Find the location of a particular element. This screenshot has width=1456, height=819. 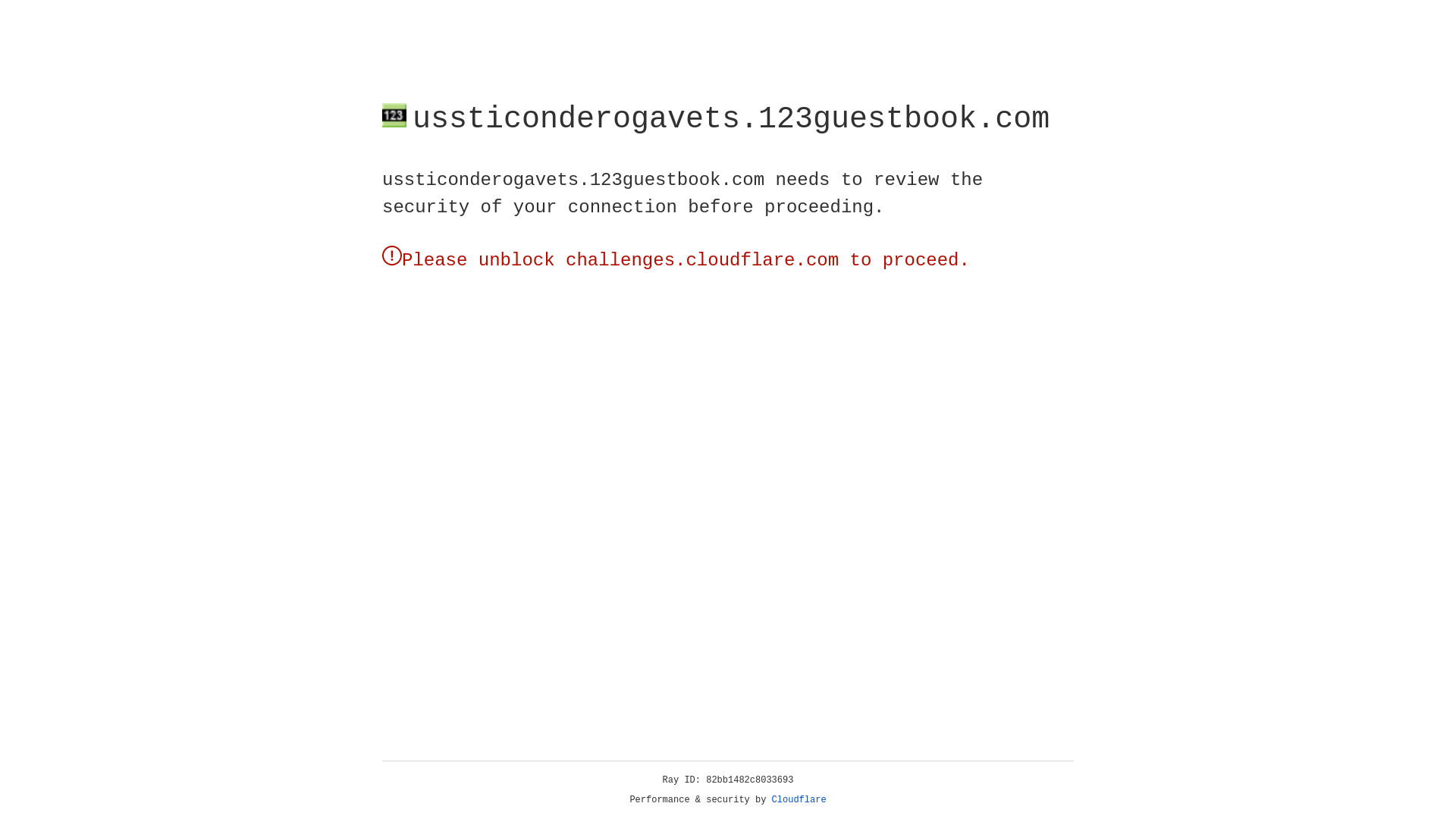

'Cloudflare' is located at coordinates (799, 799).